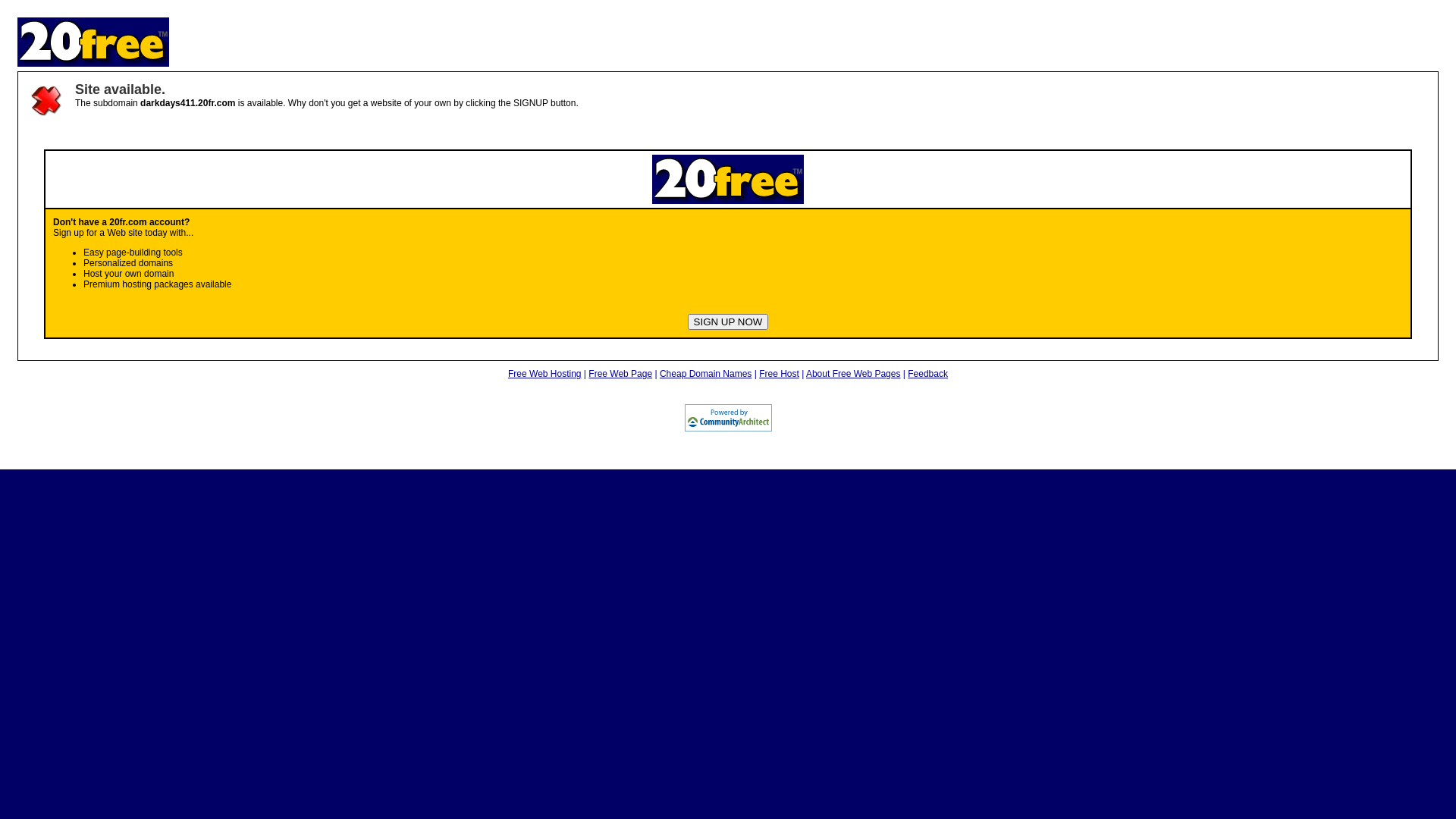 Image resolution: width=1456 pixels, height=819 pixels. What do you see at coordinates (544, 374) in the screenshot?
I see `'Free Web Hosting'` at bounding box center [544, 374].